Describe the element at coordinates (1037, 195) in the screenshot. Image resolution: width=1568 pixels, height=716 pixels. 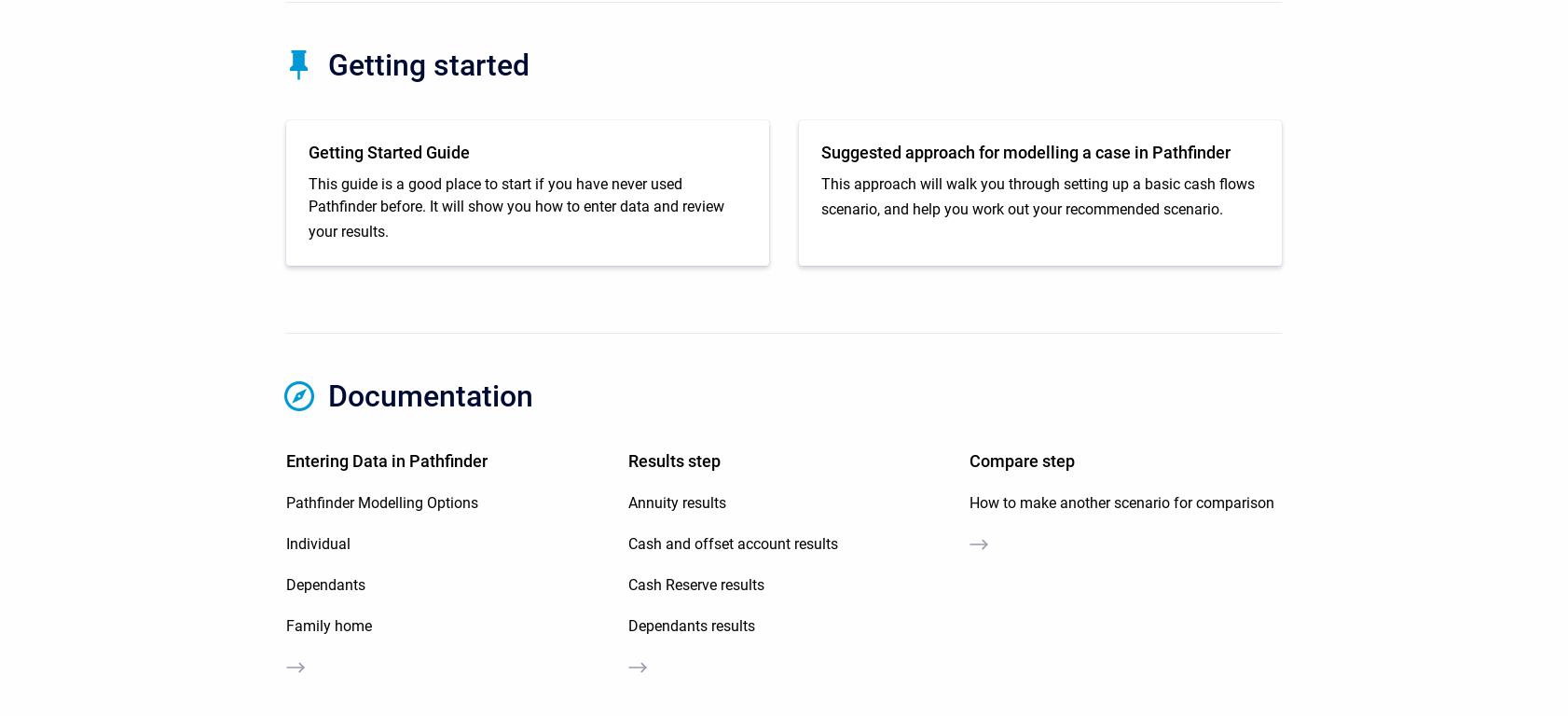
I see `'This approach will walk you through setting up a basic cash flows scenario, and help you work out your recommended scenario.'` at that location.